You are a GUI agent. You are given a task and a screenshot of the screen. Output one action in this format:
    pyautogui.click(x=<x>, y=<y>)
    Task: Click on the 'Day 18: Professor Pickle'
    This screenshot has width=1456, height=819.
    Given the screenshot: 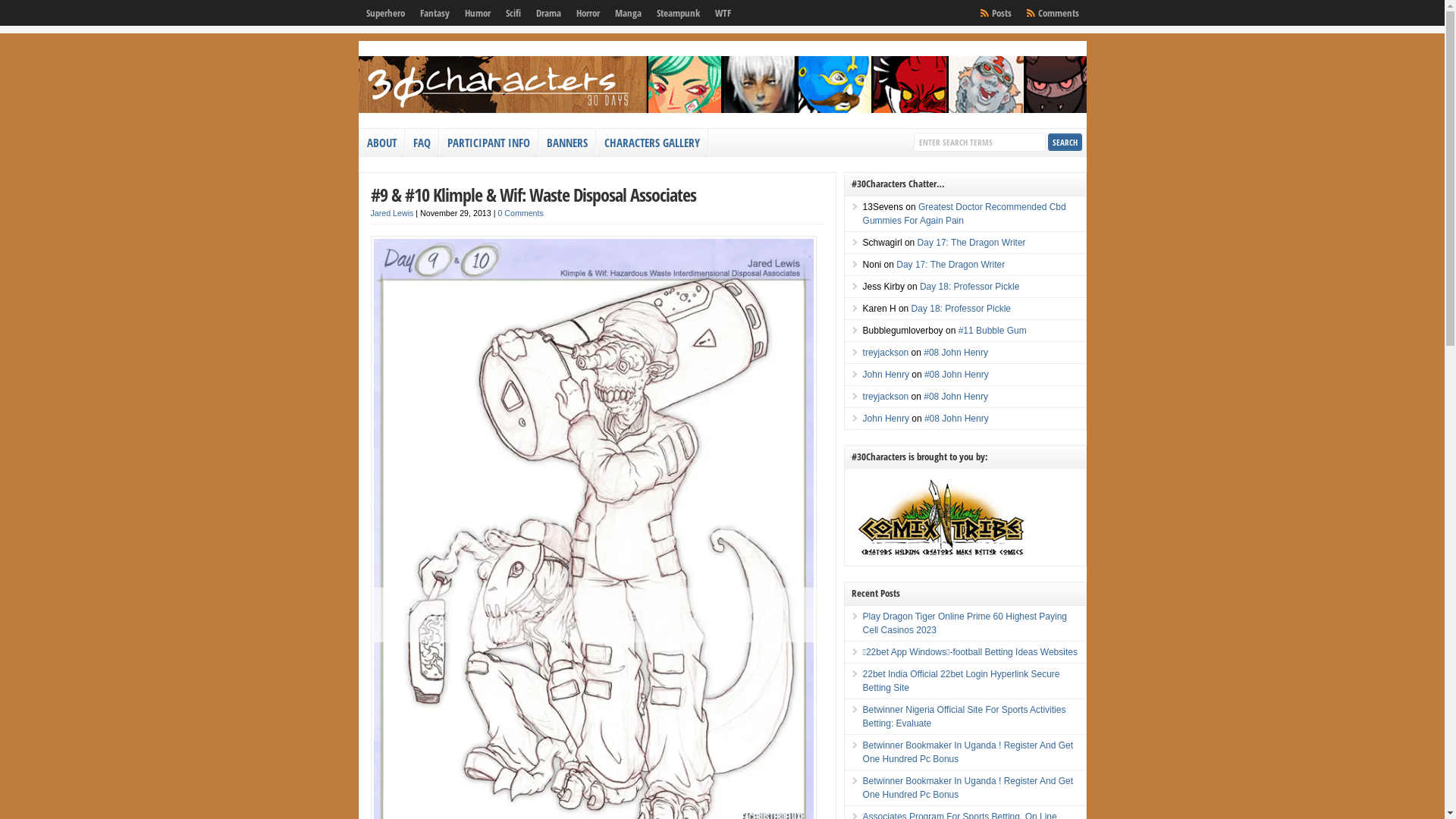 What is the action you would take?
    pyautogui.click(x=968, y=286)
    